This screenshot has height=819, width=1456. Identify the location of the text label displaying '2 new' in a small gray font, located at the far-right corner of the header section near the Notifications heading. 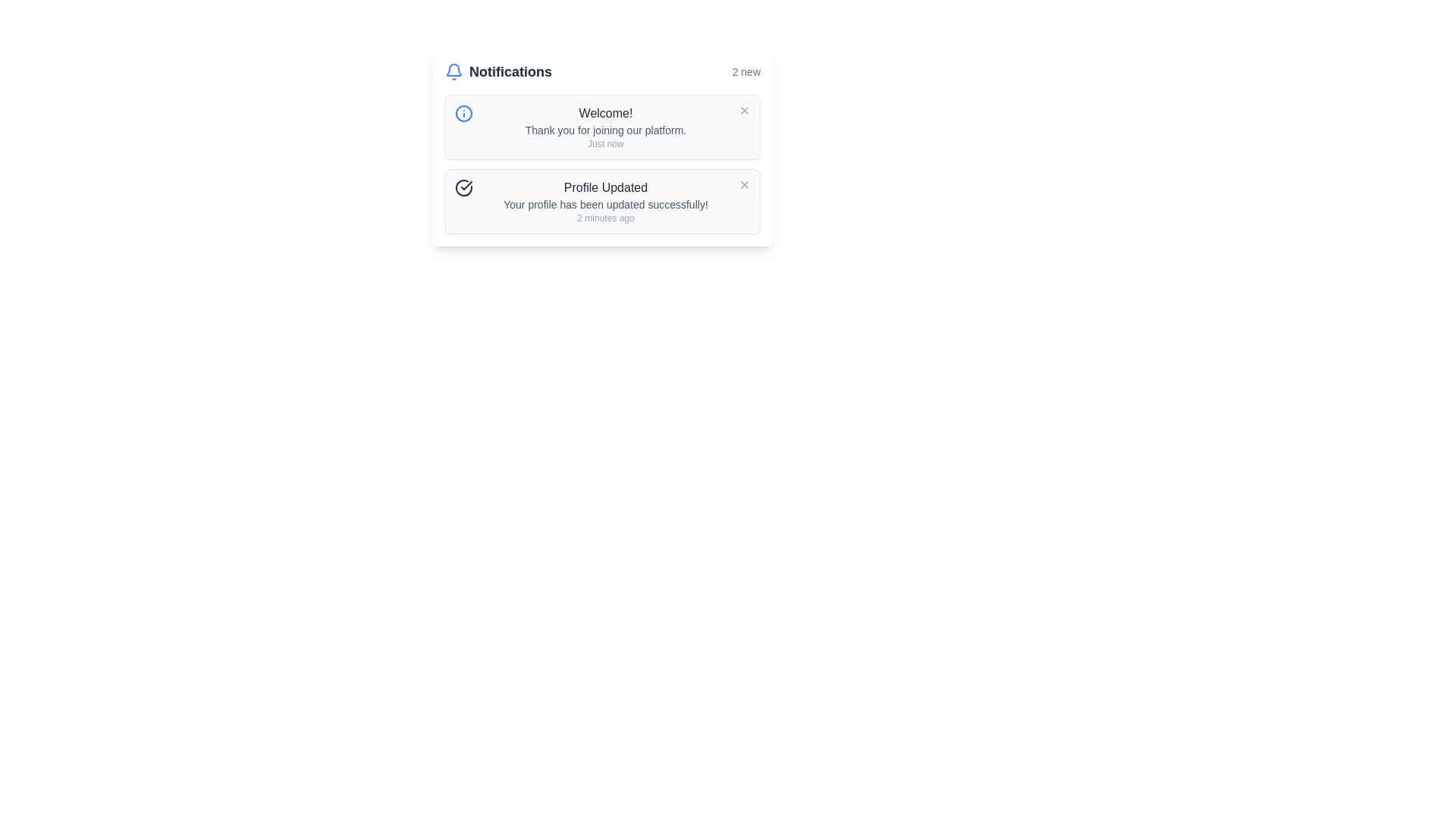
(746, 72).